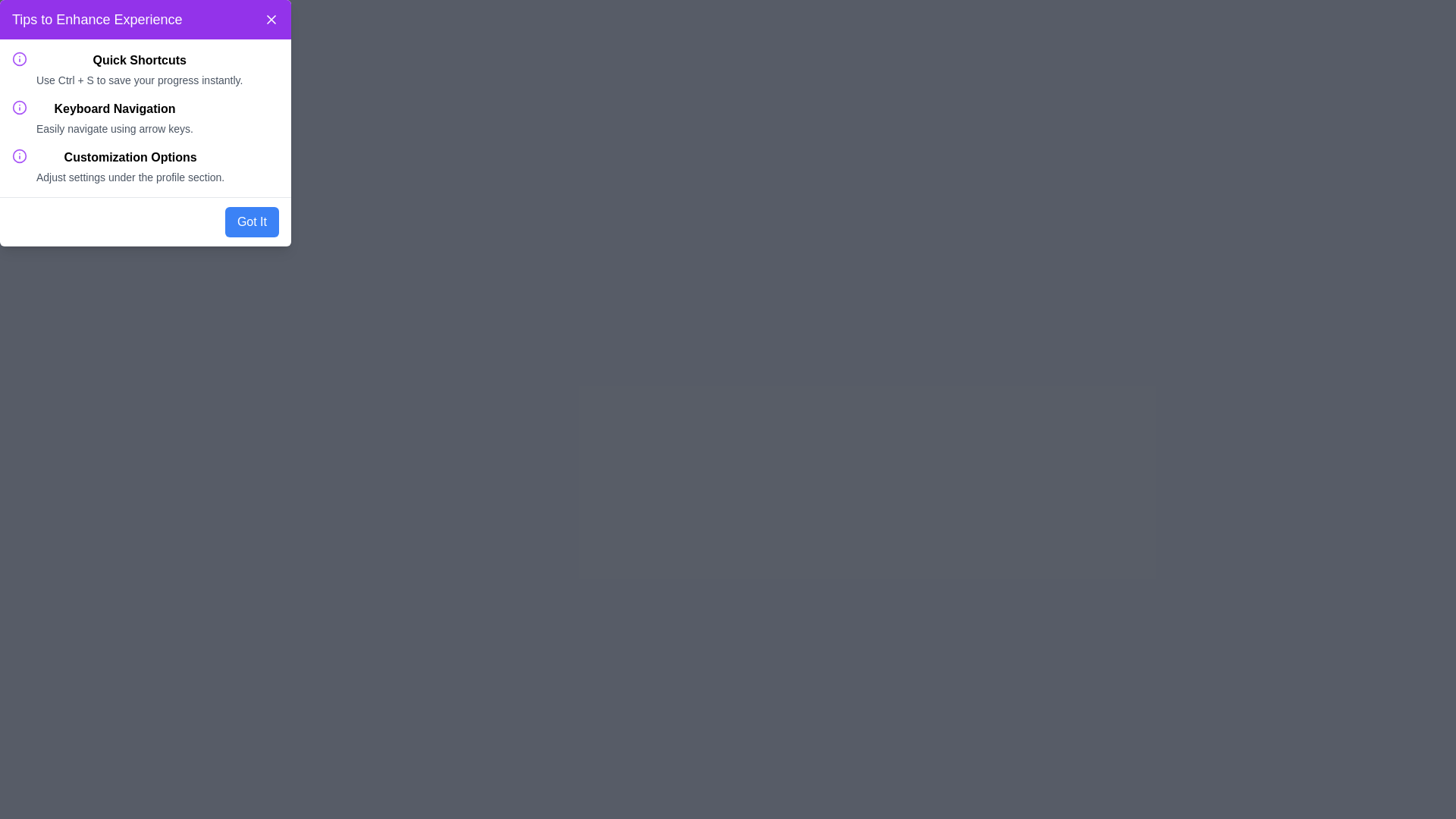 The height and width of the screenshot is (819, 1456). I want to click on the text label 'Customization Options' which is bold and slightly larger, located in the modal dialog 'Tips to Enhance Experience', so click(130, 158).